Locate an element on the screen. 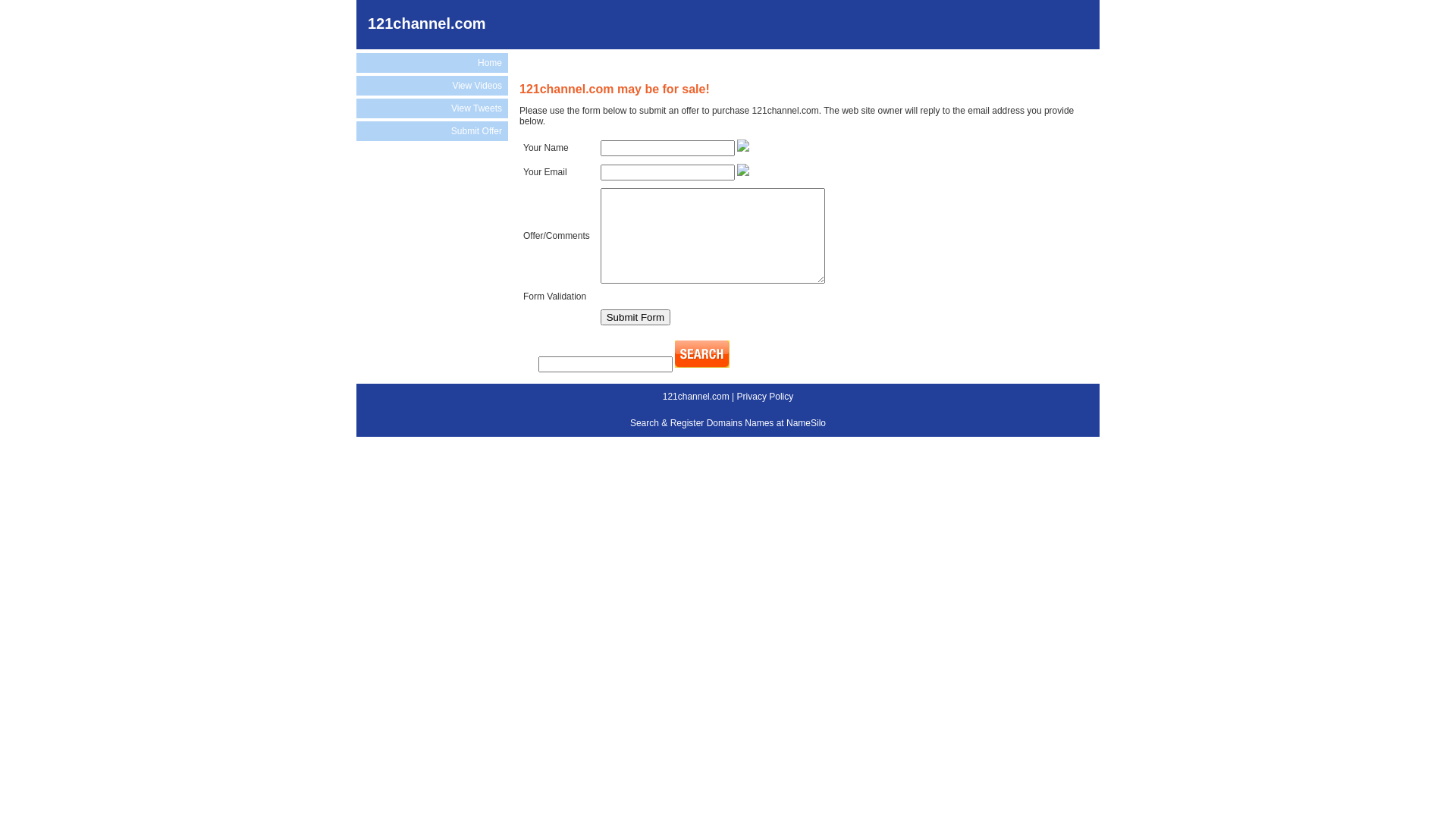 This screenshot has height=819, width=1456. 'Home' is located at coordinates (431, 62).